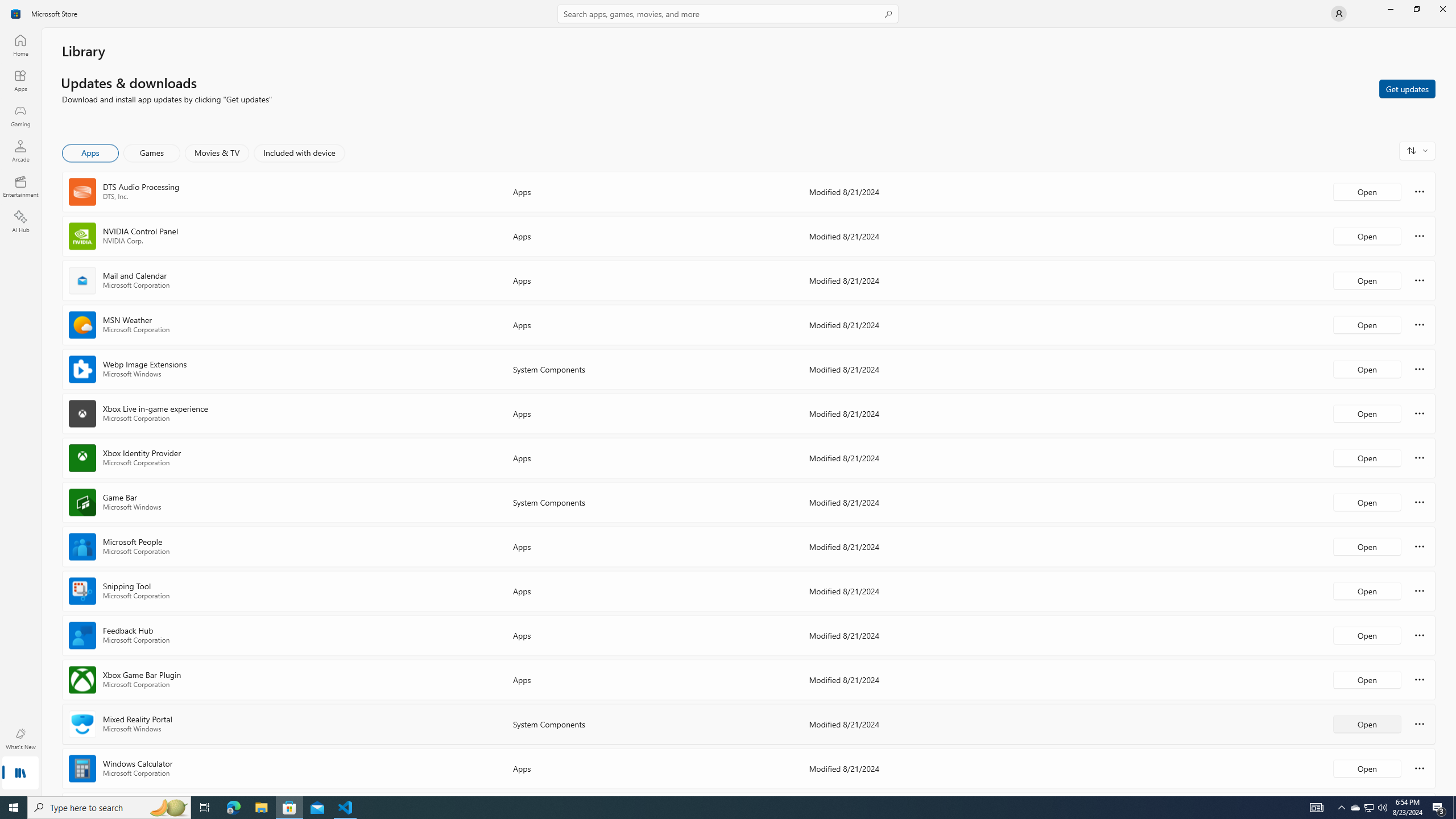 This screenshot has width=1456, height=819. Describe the element at coordinates (19, 221) in the screenshot. I see `'AI Hub'` at that location.